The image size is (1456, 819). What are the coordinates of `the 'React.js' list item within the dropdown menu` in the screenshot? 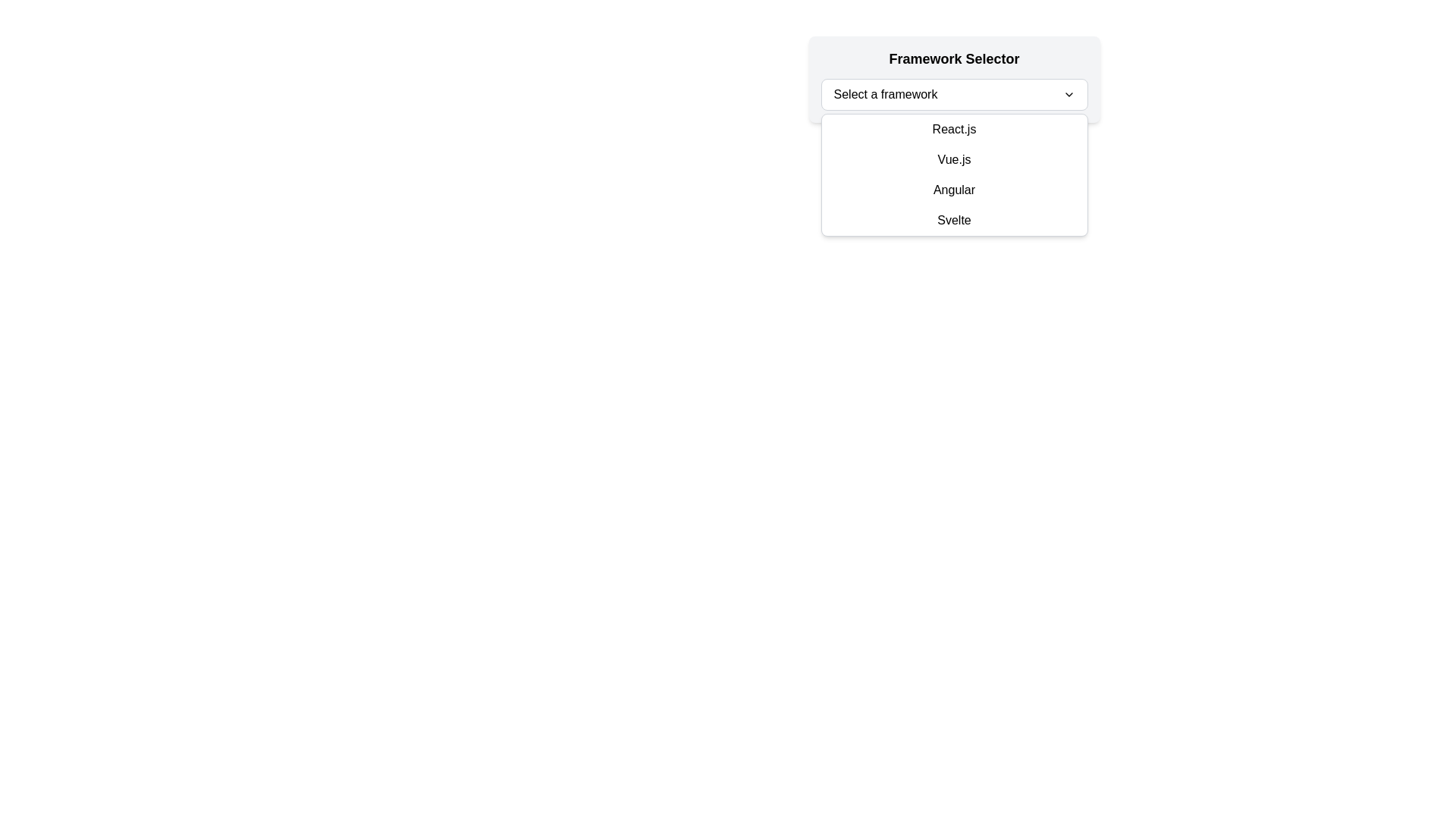 It's located at (953, 128).